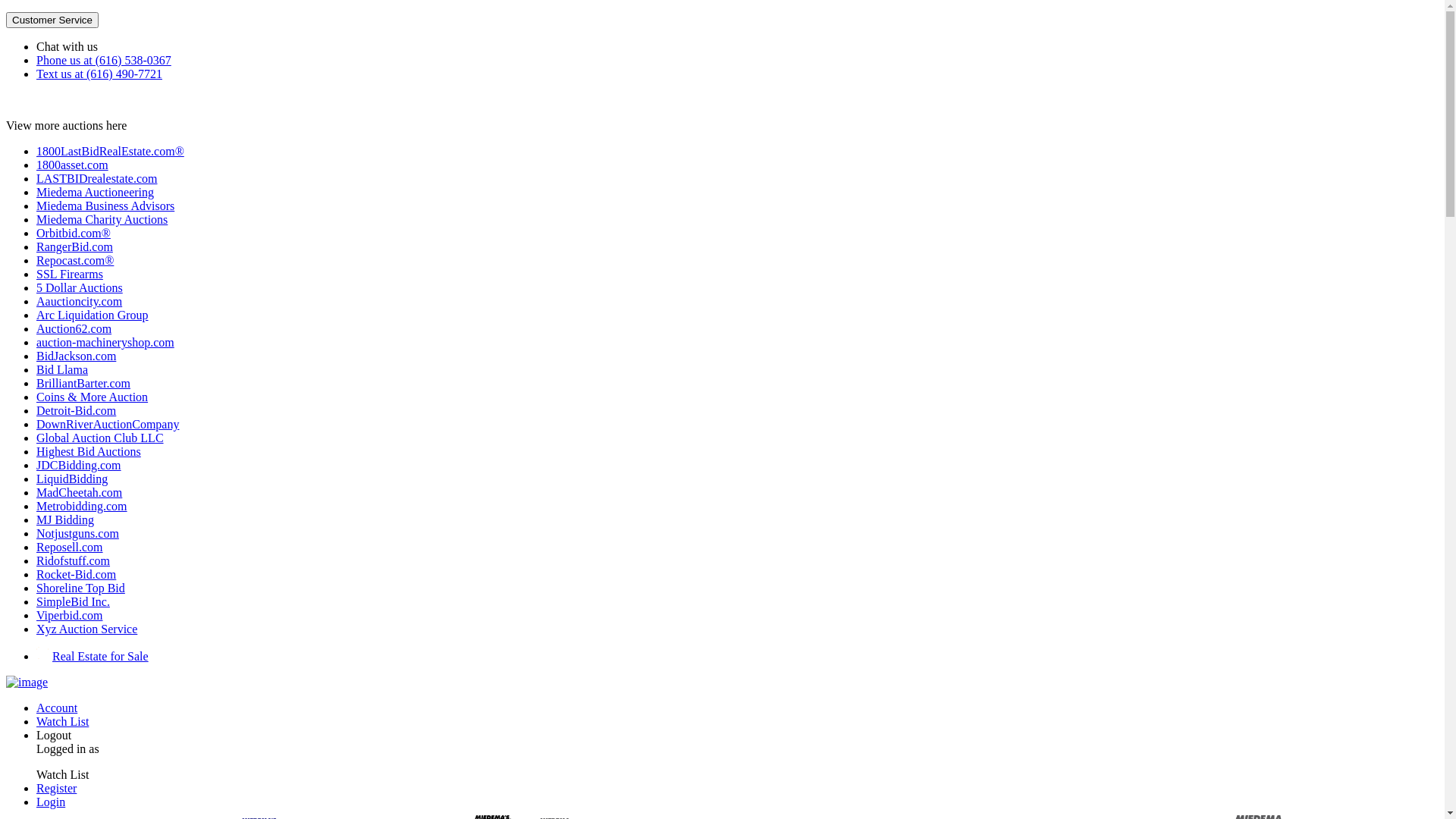 The height and width of the screenshot is (819, 1456). What do you see at coordinates (68, 274) in the screenshot?
I see `'SSL Firearms'` at bounding box center [68, 274].